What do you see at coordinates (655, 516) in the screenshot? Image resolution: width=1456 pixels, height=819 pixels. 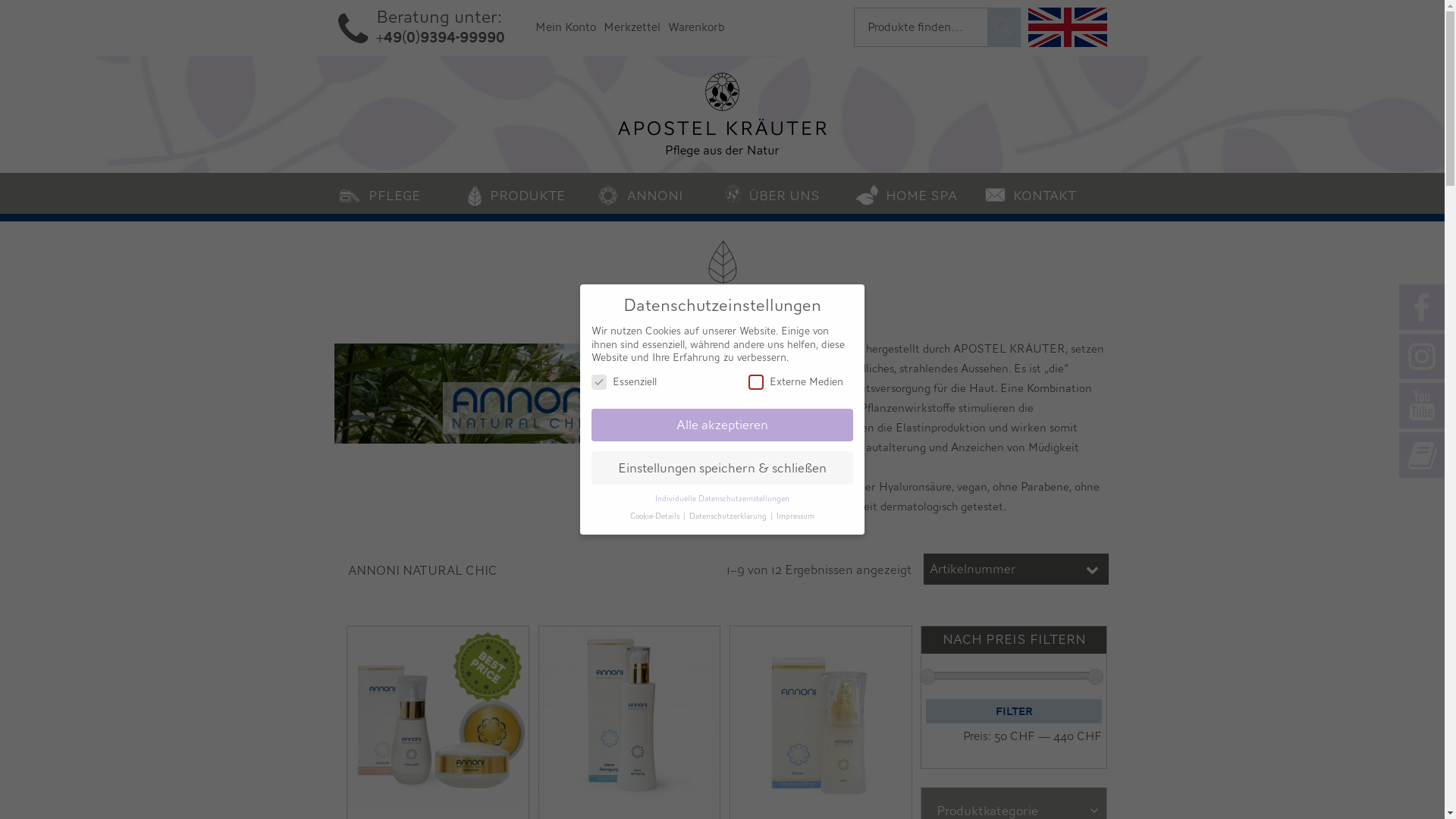 I see `'Cookie-Details'` at bounding box center [655, 516].